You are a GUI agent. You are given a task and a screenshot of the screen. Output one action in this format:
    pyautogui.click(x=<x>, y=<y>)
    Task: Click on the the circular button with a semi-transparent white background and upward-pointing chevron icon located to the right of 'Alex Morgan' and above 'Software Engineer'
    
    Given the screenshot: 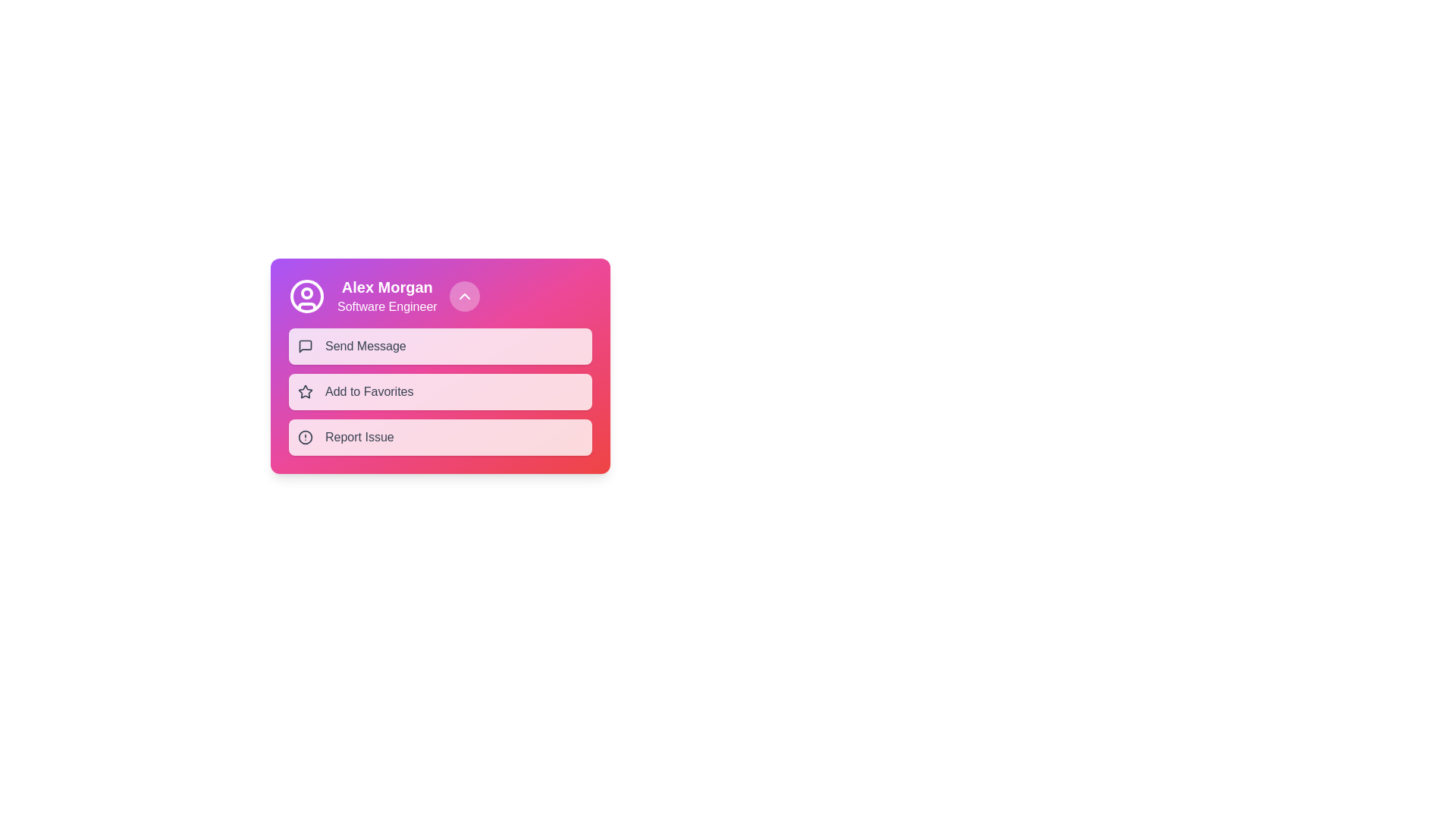 What is the action you would take?
    pyautogui.click(x=463, y=296)
    